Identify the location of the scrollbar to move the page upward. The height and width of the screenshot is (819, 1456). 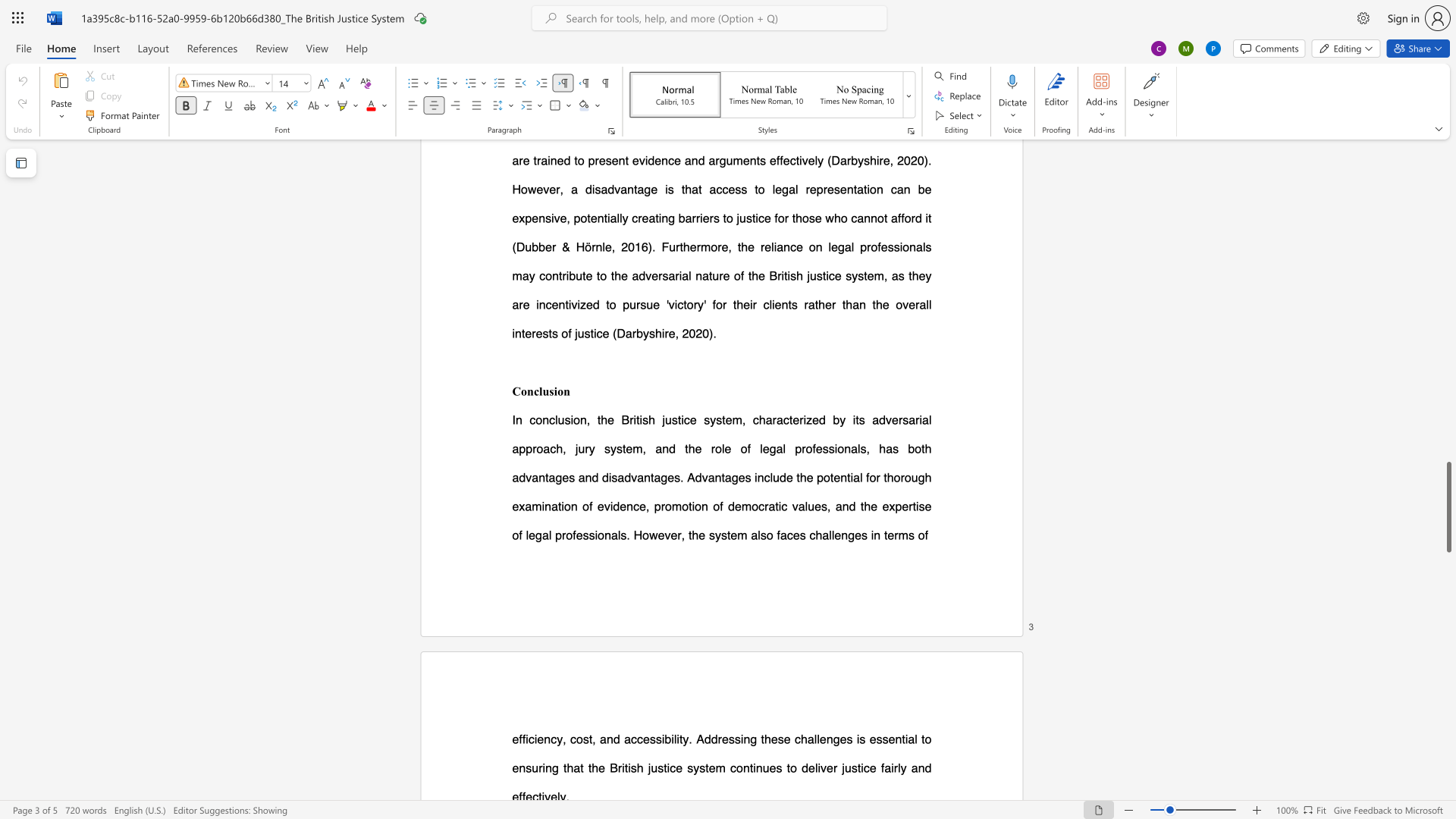
(1448, 271).